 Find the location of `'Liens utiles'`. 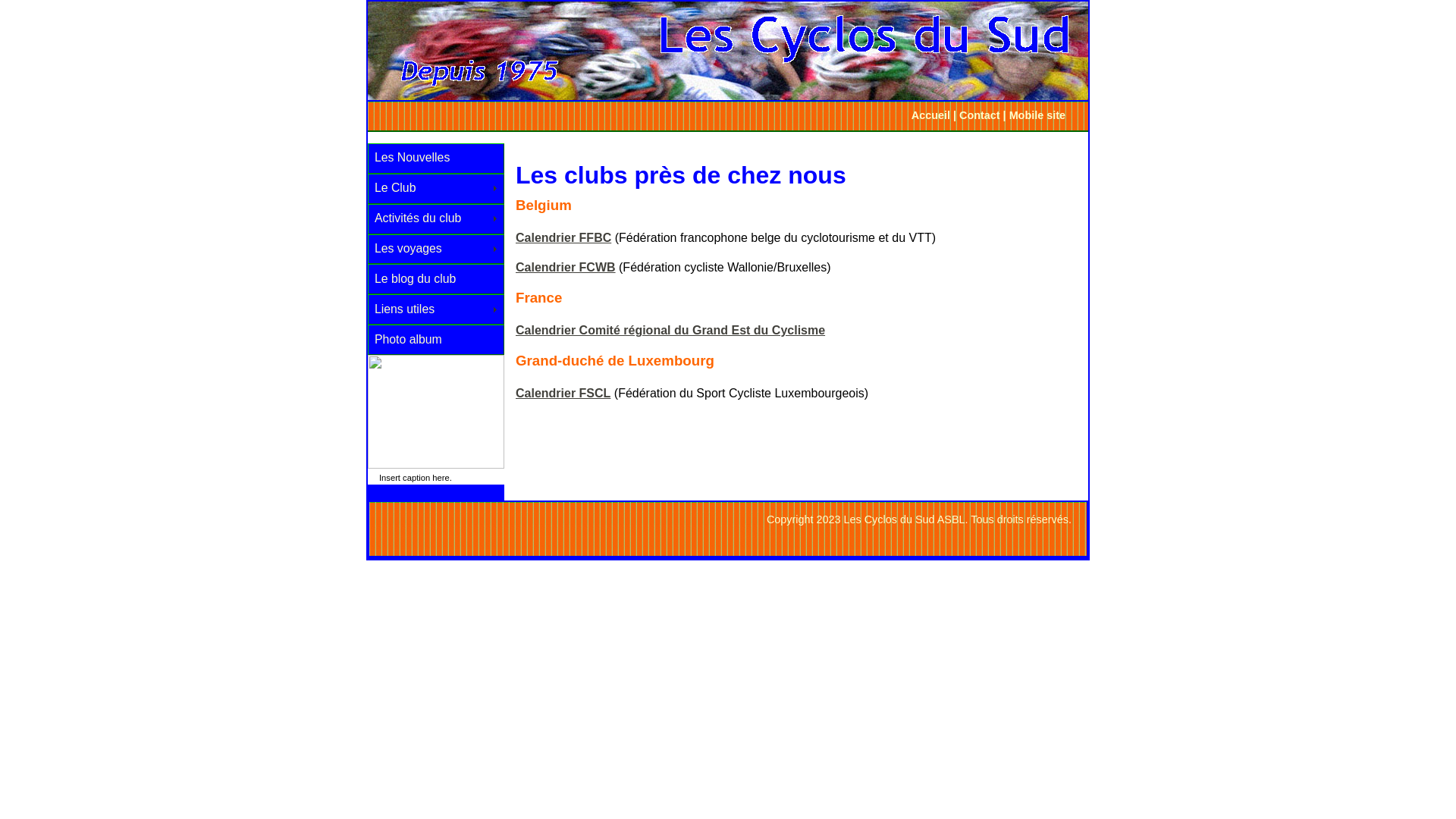

'Liens utiles' is located at coordinates (435, 309).